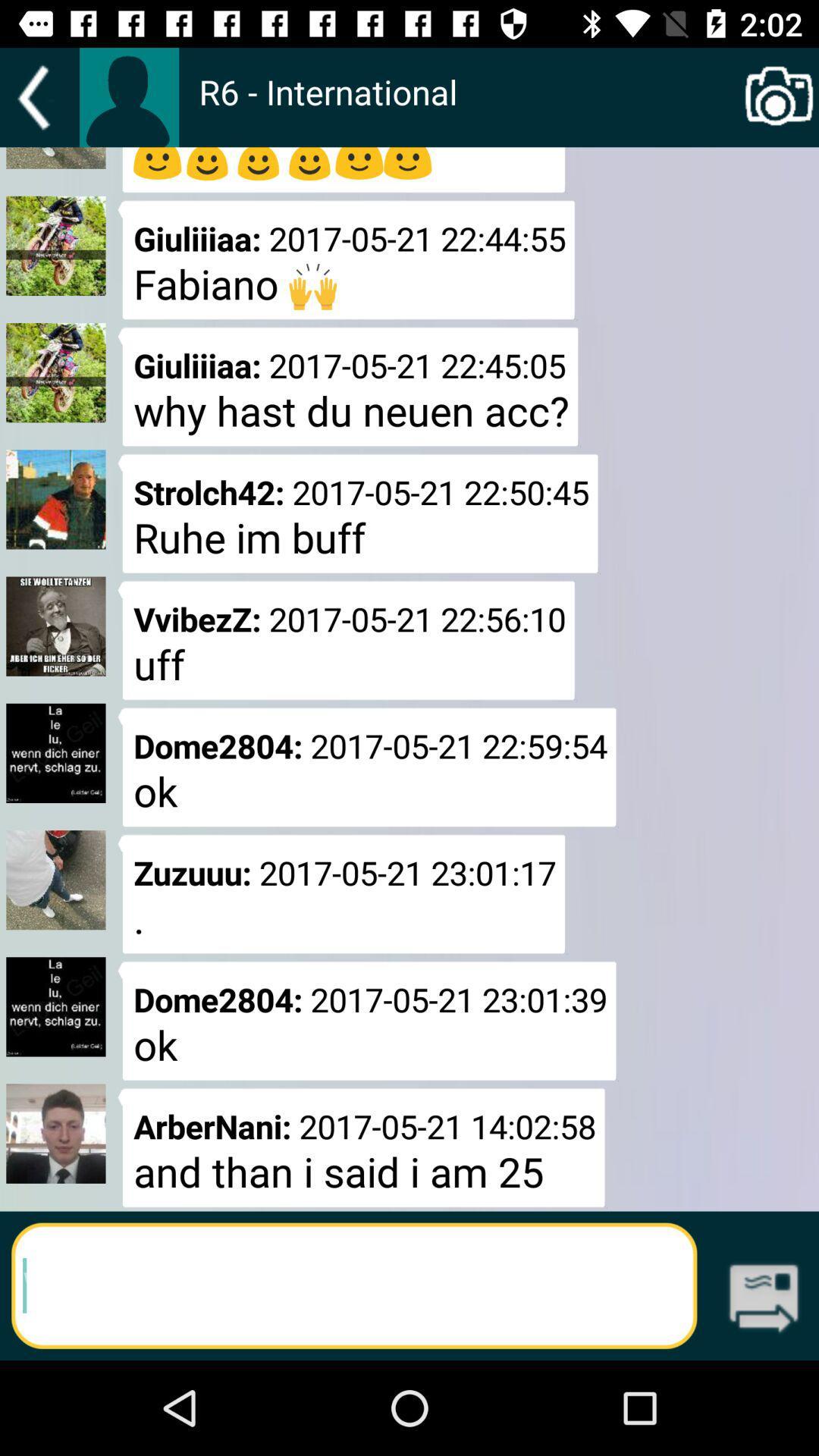 This screenshot has width=819, height=1456. Describe the element at coordinates (358, 513) in the screenshot. I see `app above vvibezz 2017 05 icon` at that location.